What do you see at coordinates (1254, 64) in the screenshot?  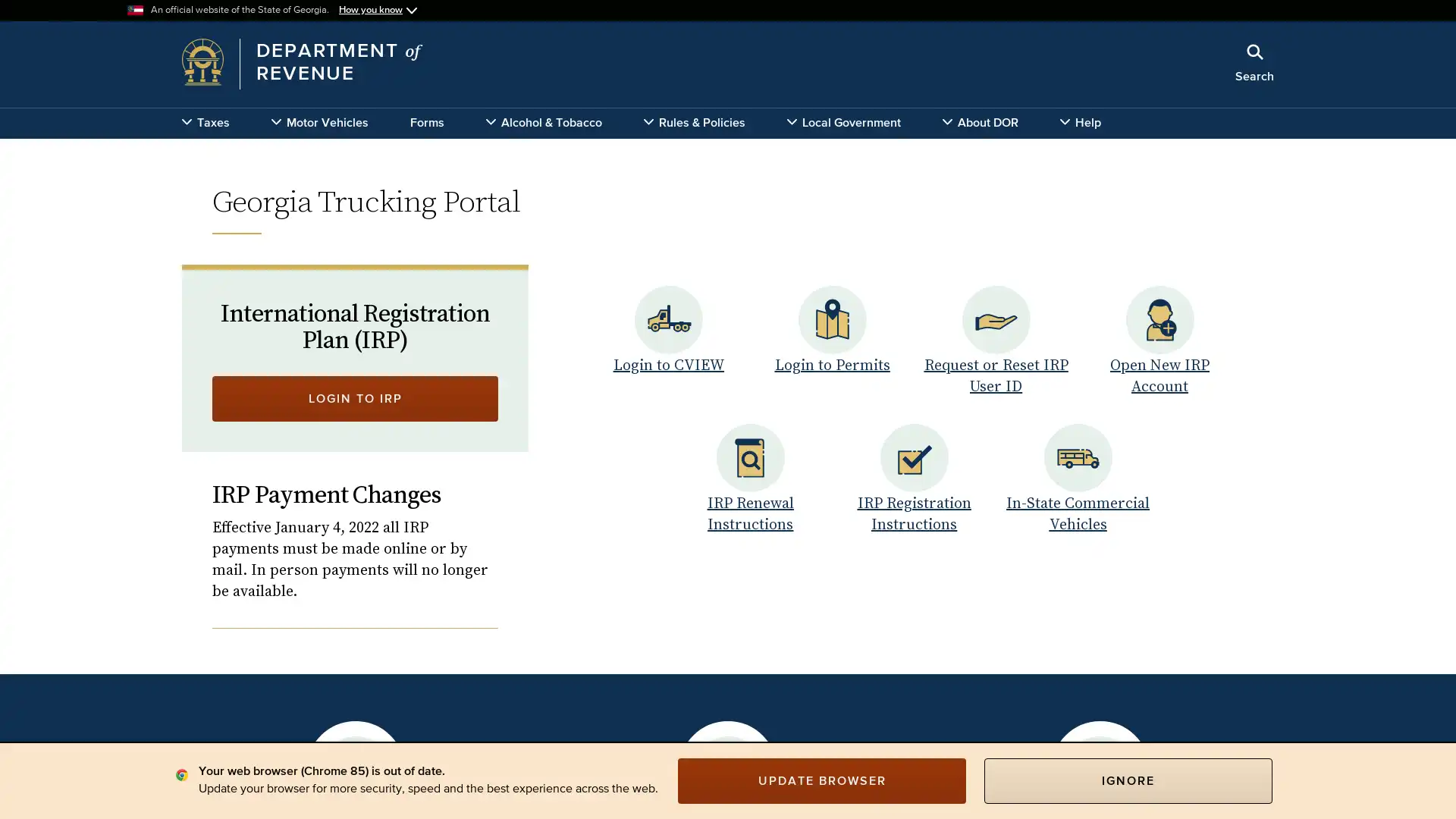 I see `Search` at bounding box center [1254, 64].